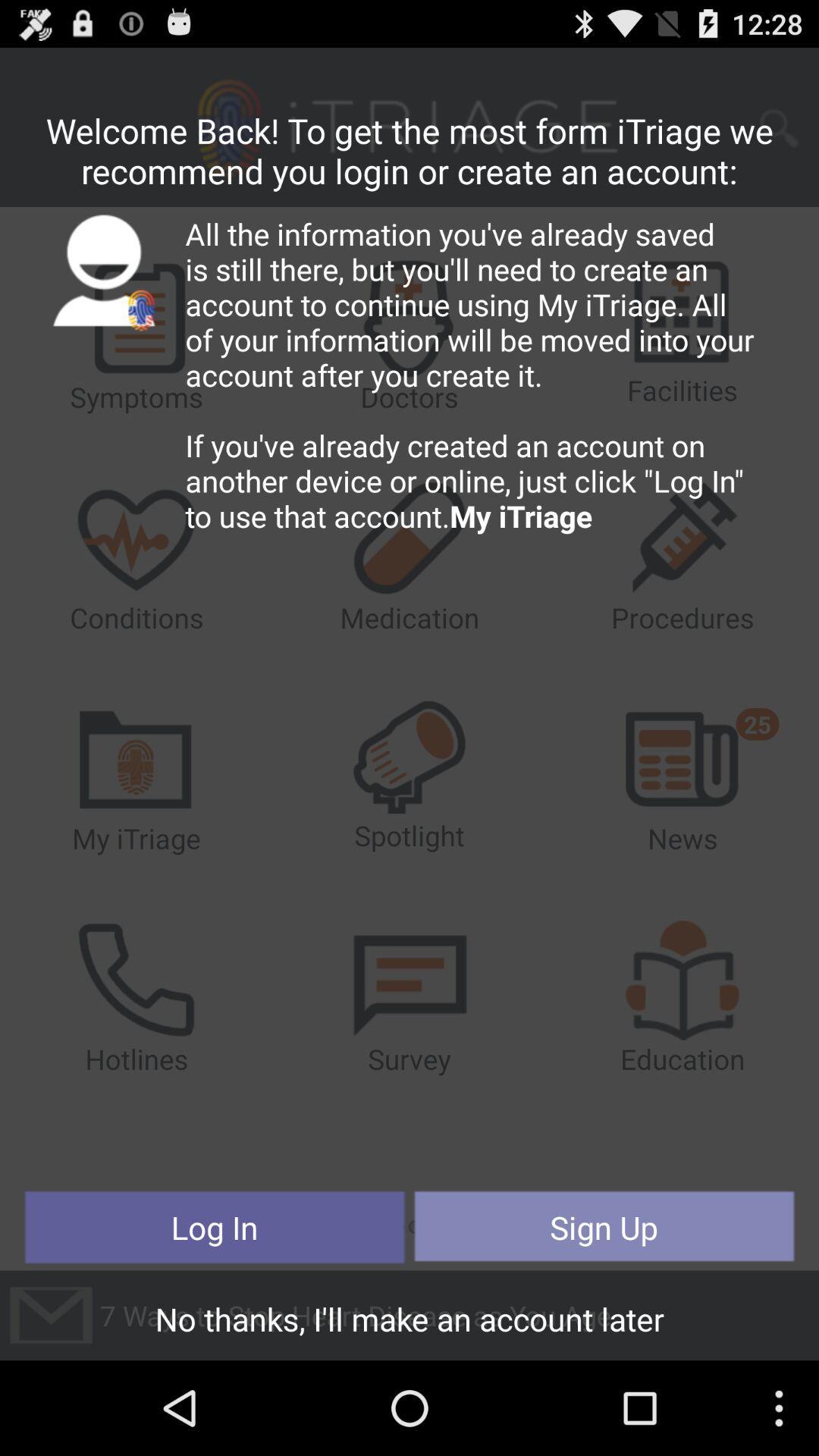 The height and width of the screenshot is (1456, 819). I want to click on icon to the right of log in icon, so click(603, 1227).